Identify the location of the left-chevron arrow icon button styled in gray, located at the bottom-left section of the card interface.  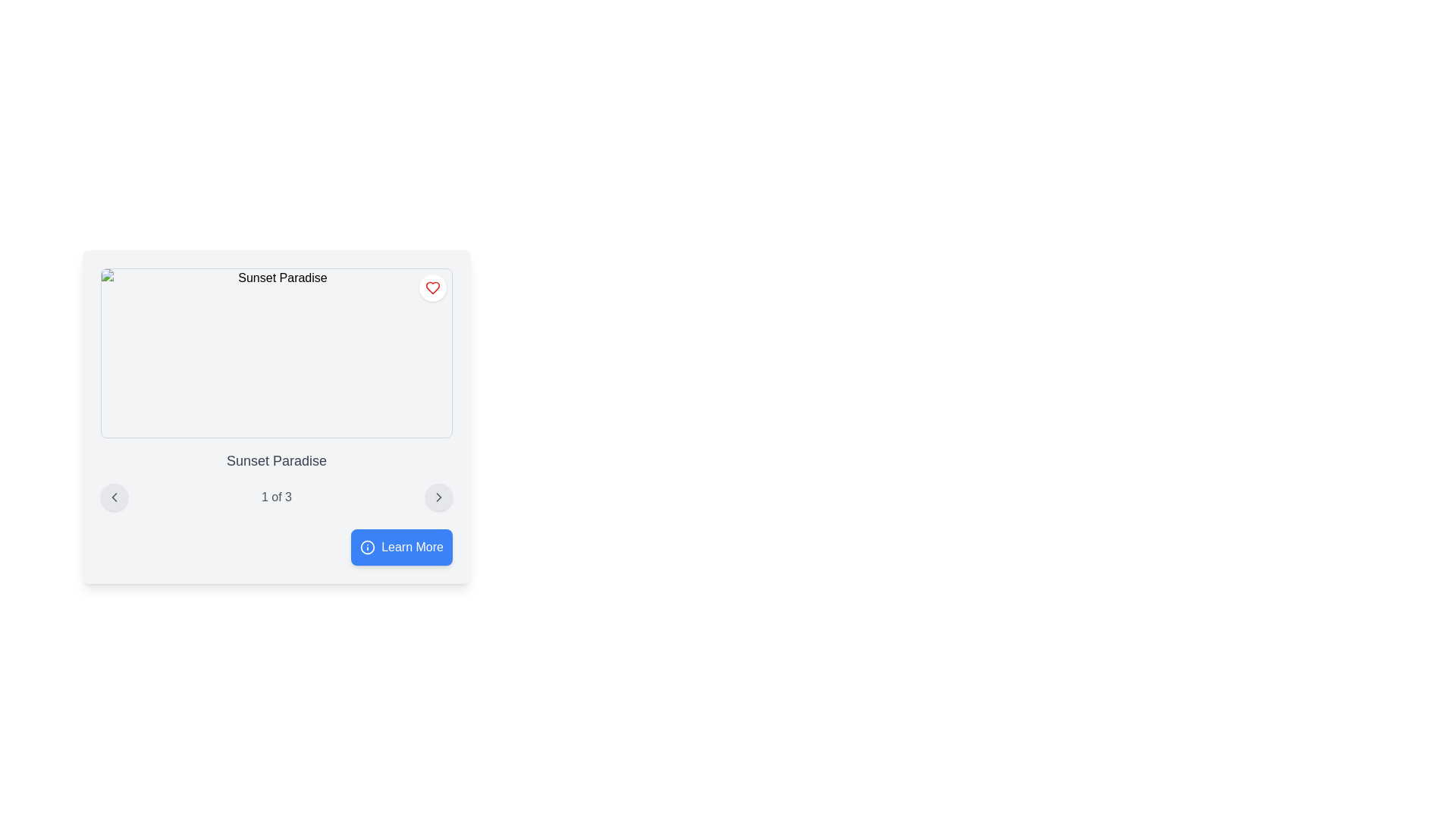
(113, 497).